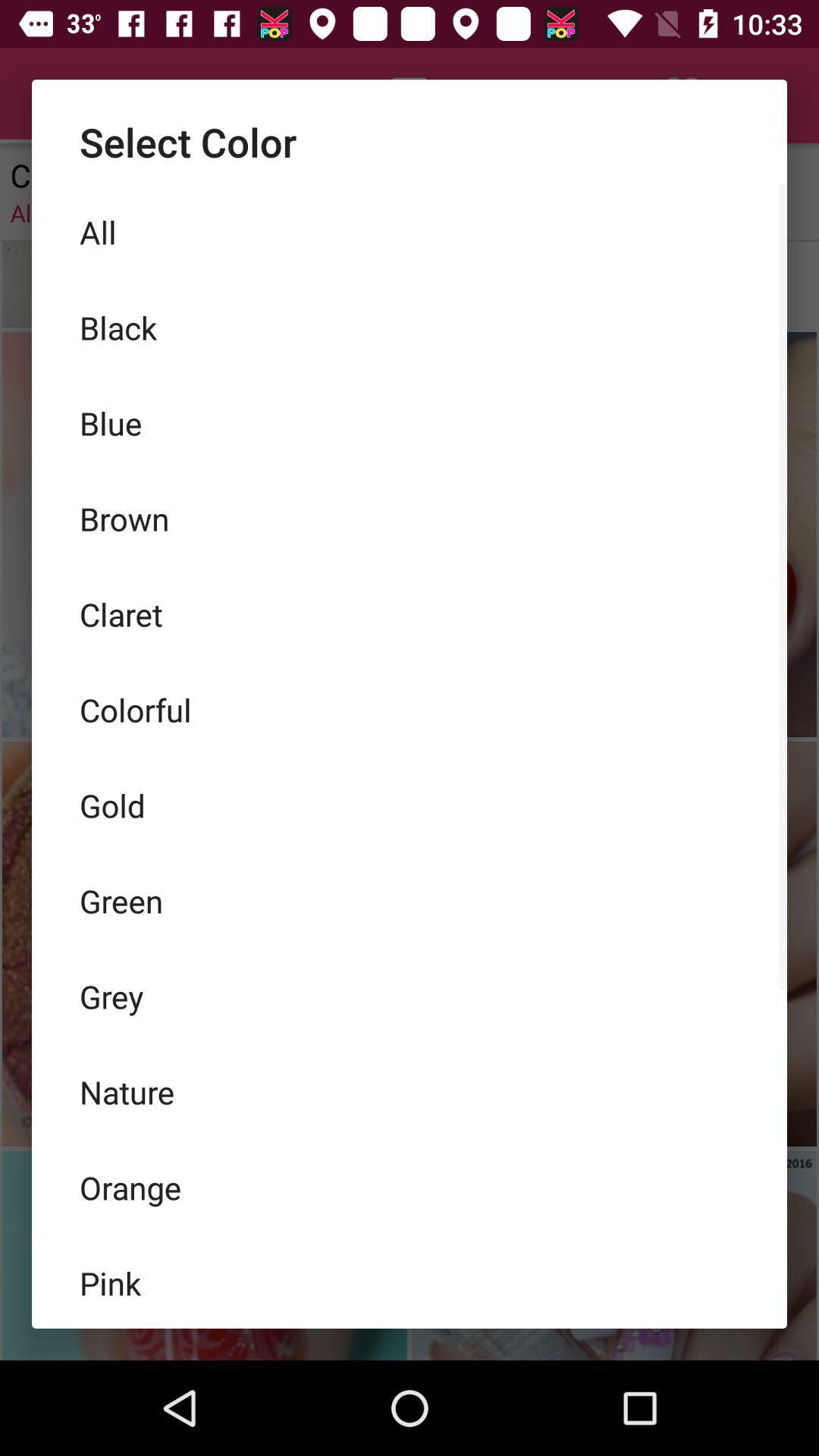 Image resolution: width=819 pixels, height=1456 pixels. What do you see at coordinates (409, 901) in the screenshot?
I see `icon below gold icon` at bounding box center [409, 901].